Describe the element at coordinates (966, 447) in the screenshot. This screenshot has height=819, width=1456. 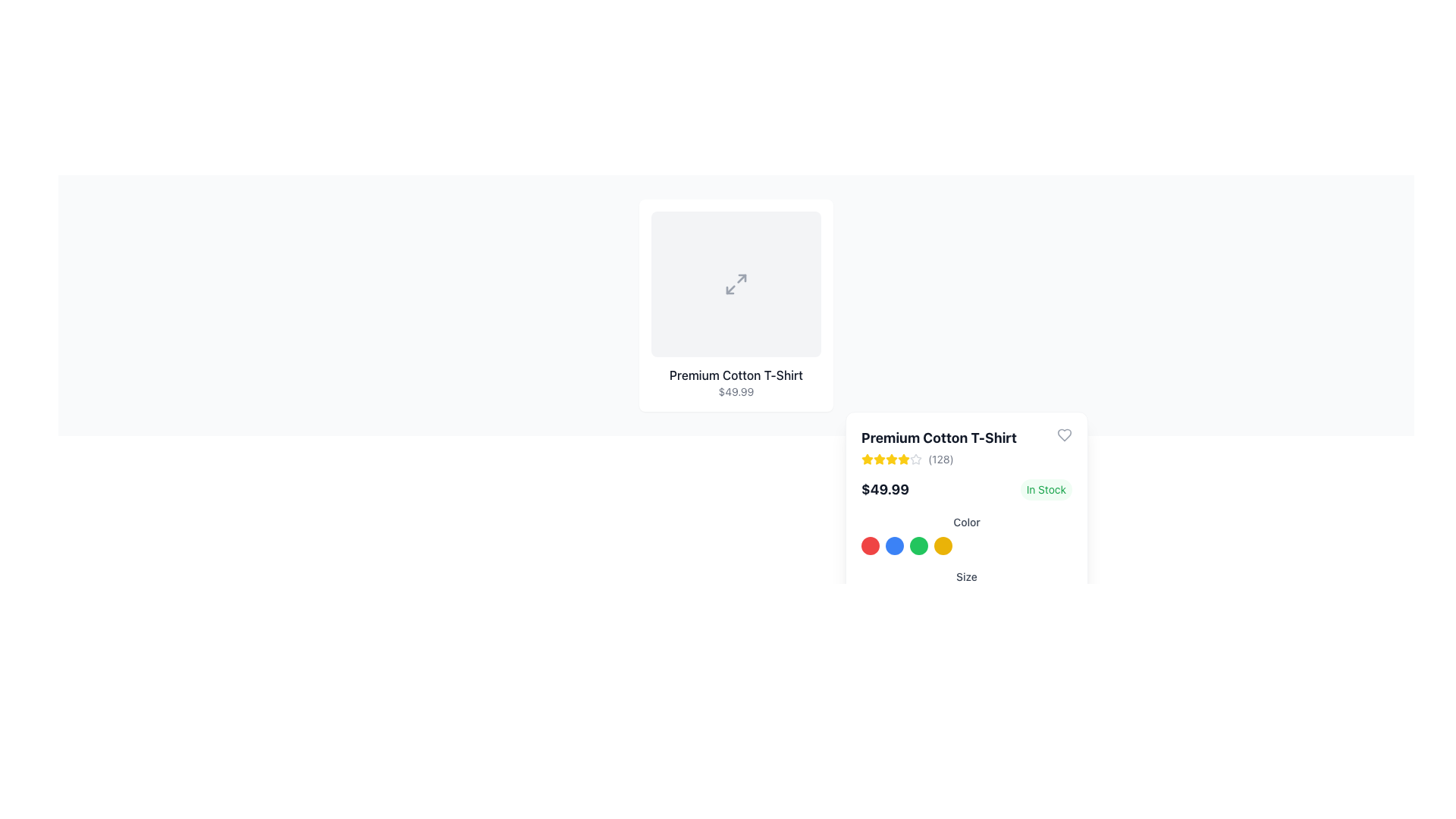
I see `product name displayed in the Product header section, which includes the rating and wishlist icon, located at the top of the expanded product detail overlay` at that location.